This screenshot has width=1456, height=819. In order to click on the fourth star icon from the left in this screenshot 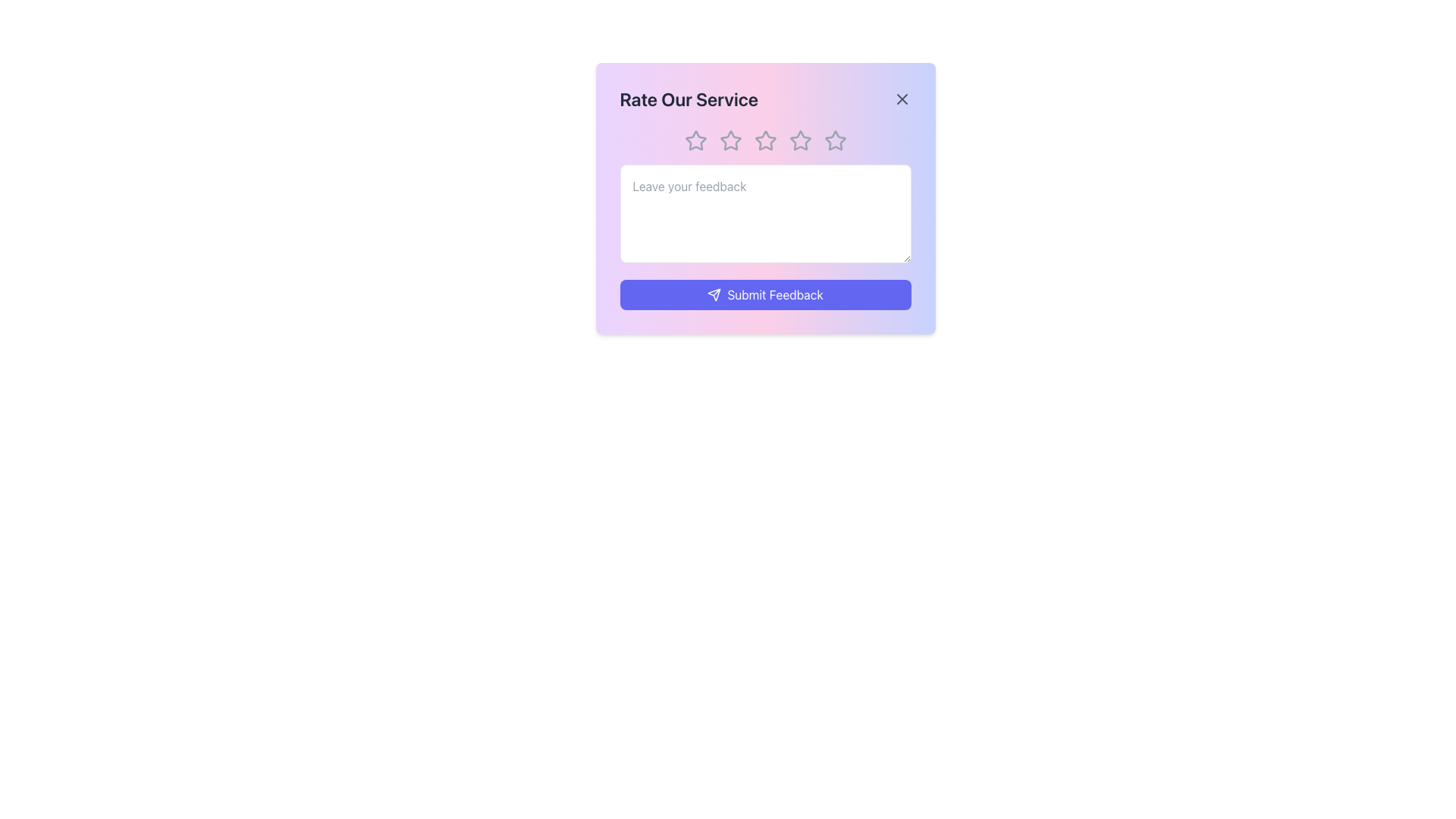, I will do `click(799, 140)`.